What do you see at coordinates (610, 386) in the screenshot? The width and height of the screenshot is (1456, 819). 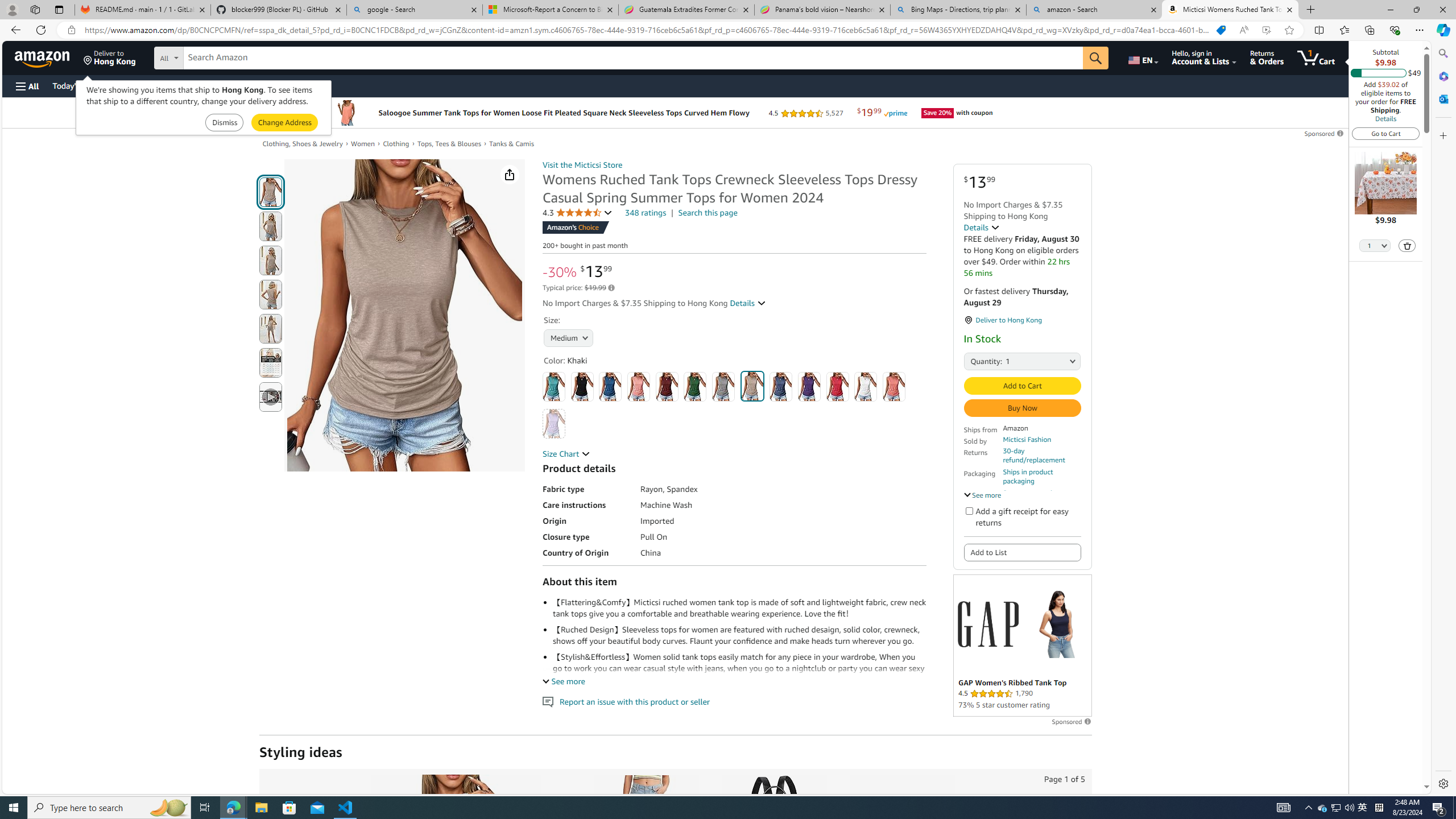 I see `'Blue'` at bounding box center [610, 386].